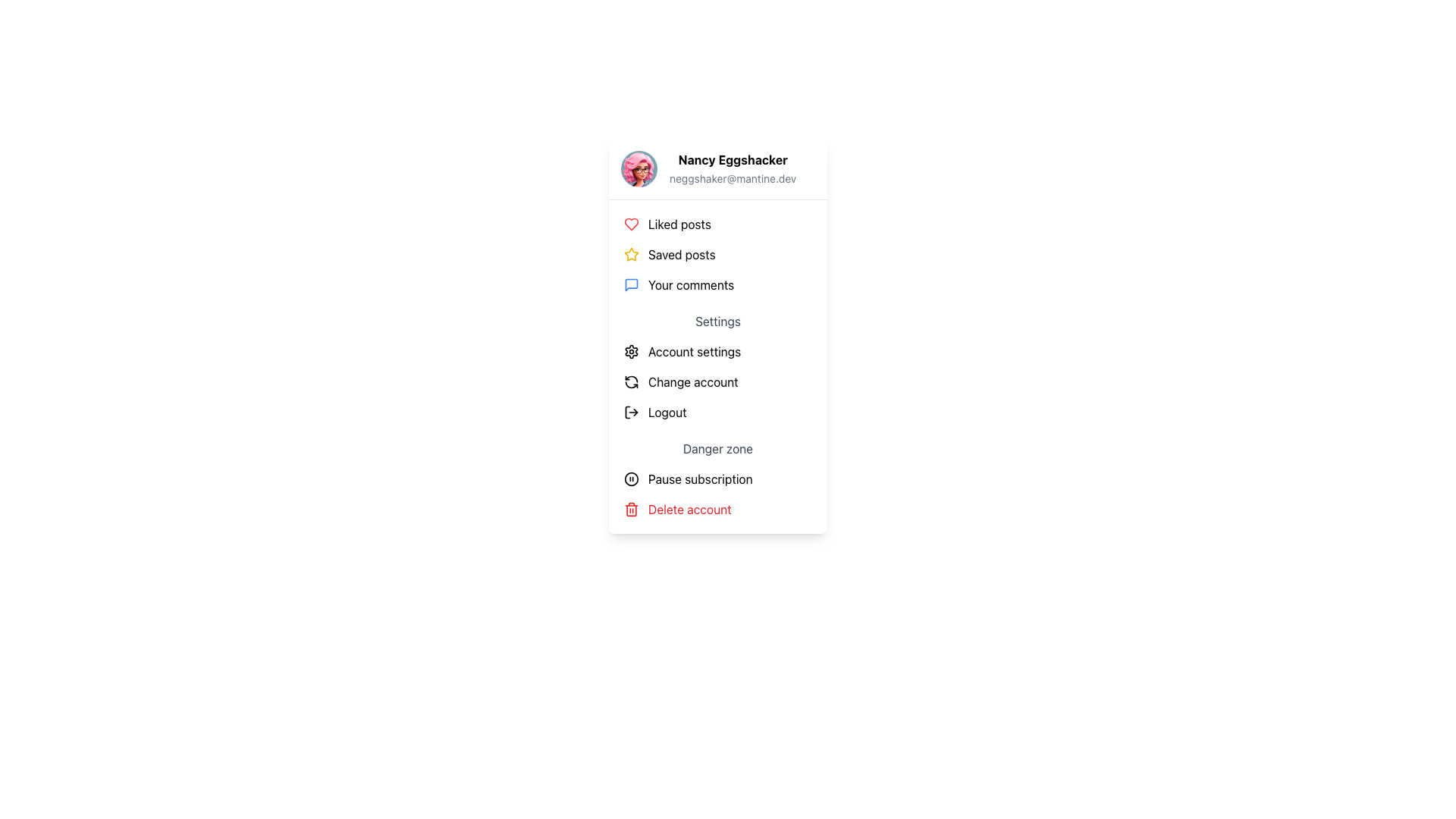 The height and width of the screenshot is (819, 1456). Describe the element at coordinates (733, 169) in the screenshot. I see `information displayed in the text display that shows the user's name and email address located in the top section of the vertical user menu next to the circular avatar image` at that location.